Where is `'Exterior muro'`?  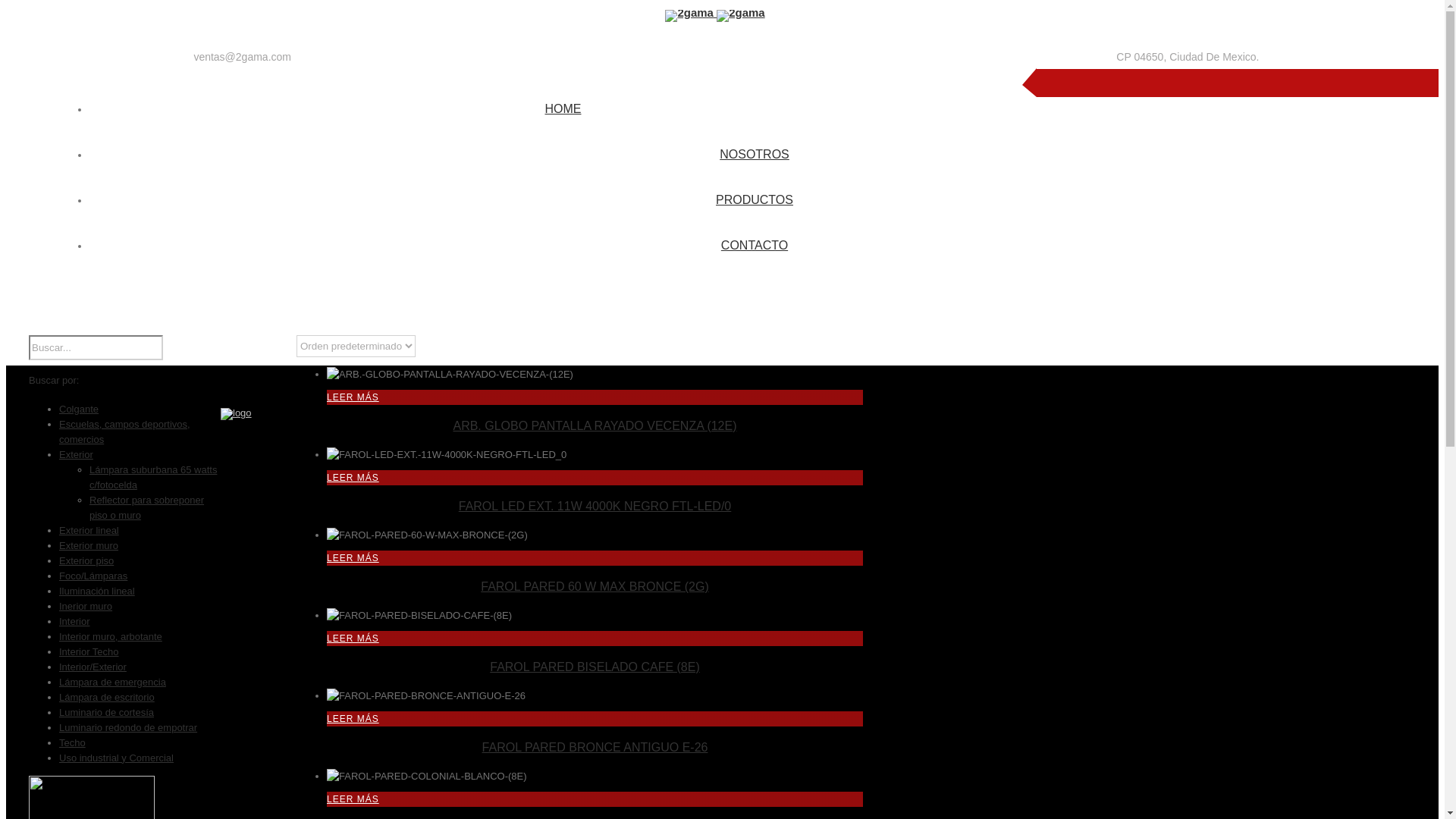 'Exterior muro' is located at coordinates (87, 544).